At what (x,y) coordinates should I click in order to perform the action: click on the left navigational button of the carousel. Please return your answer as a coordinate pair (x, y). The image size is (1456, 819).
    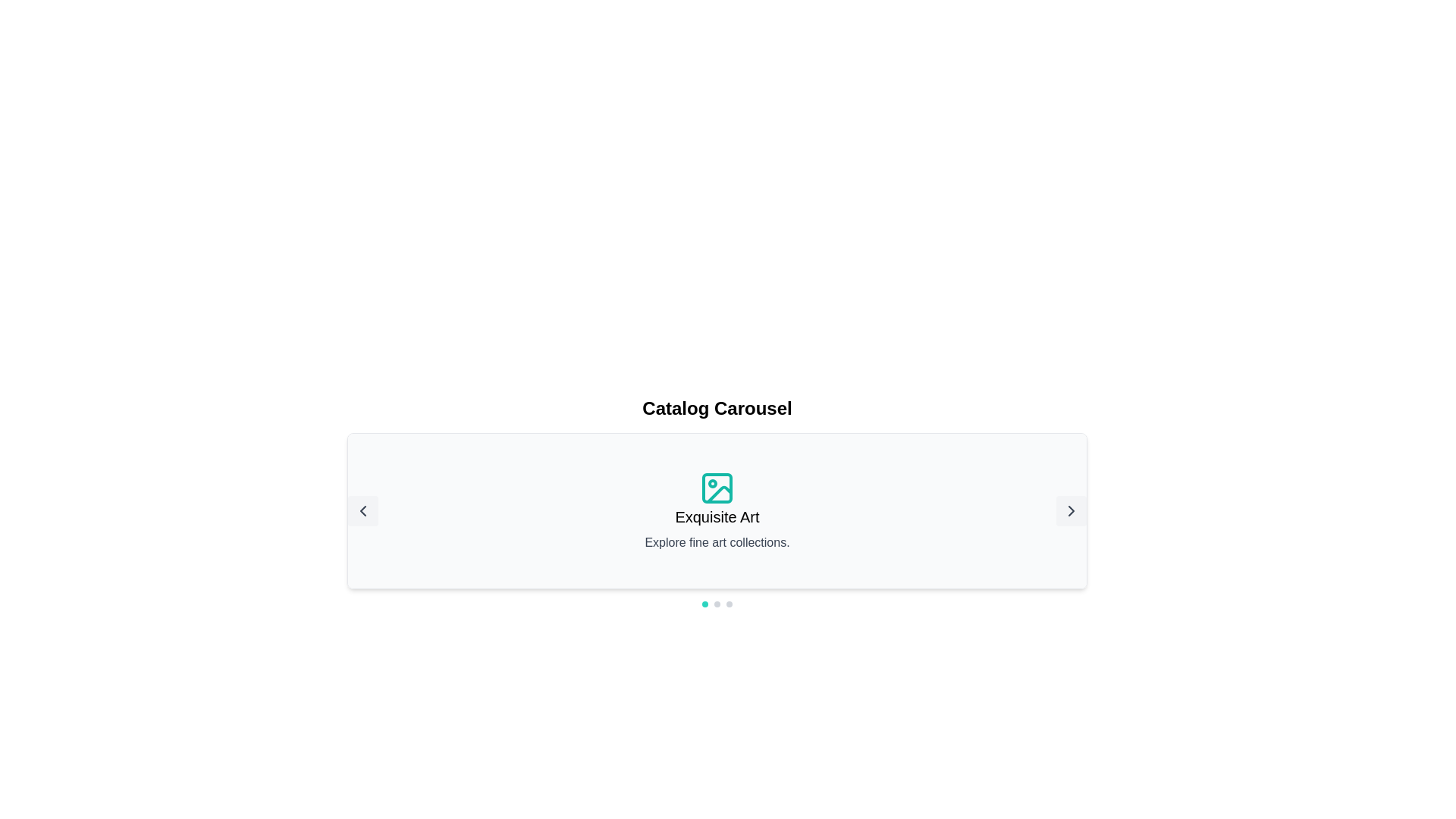
    Looking at the image, I should click on (362, 511).